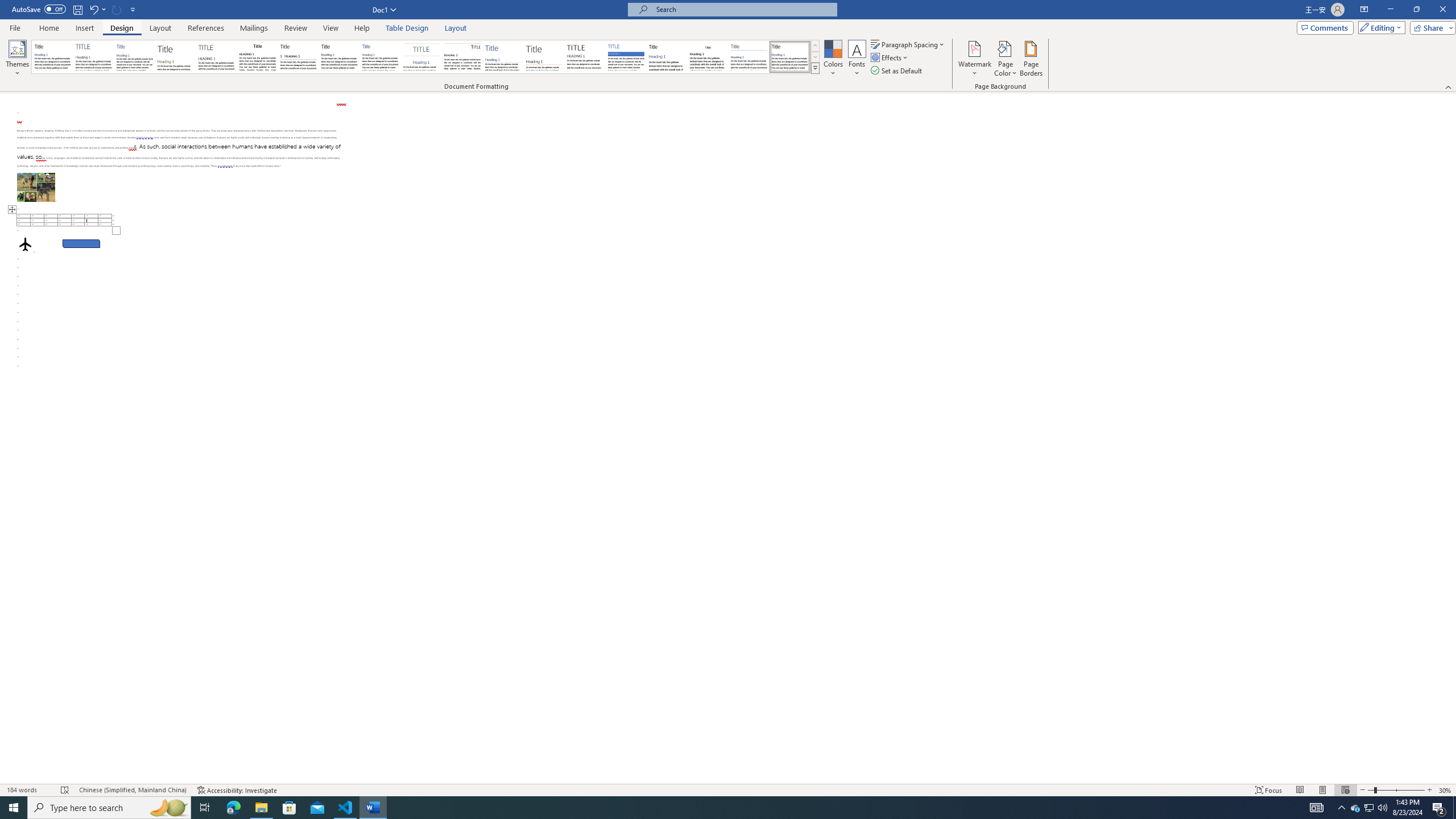 The image size is (1456, 819). Describe the element at coordinates (52, 56) in the screenshot. I see `'Document'` at that location.